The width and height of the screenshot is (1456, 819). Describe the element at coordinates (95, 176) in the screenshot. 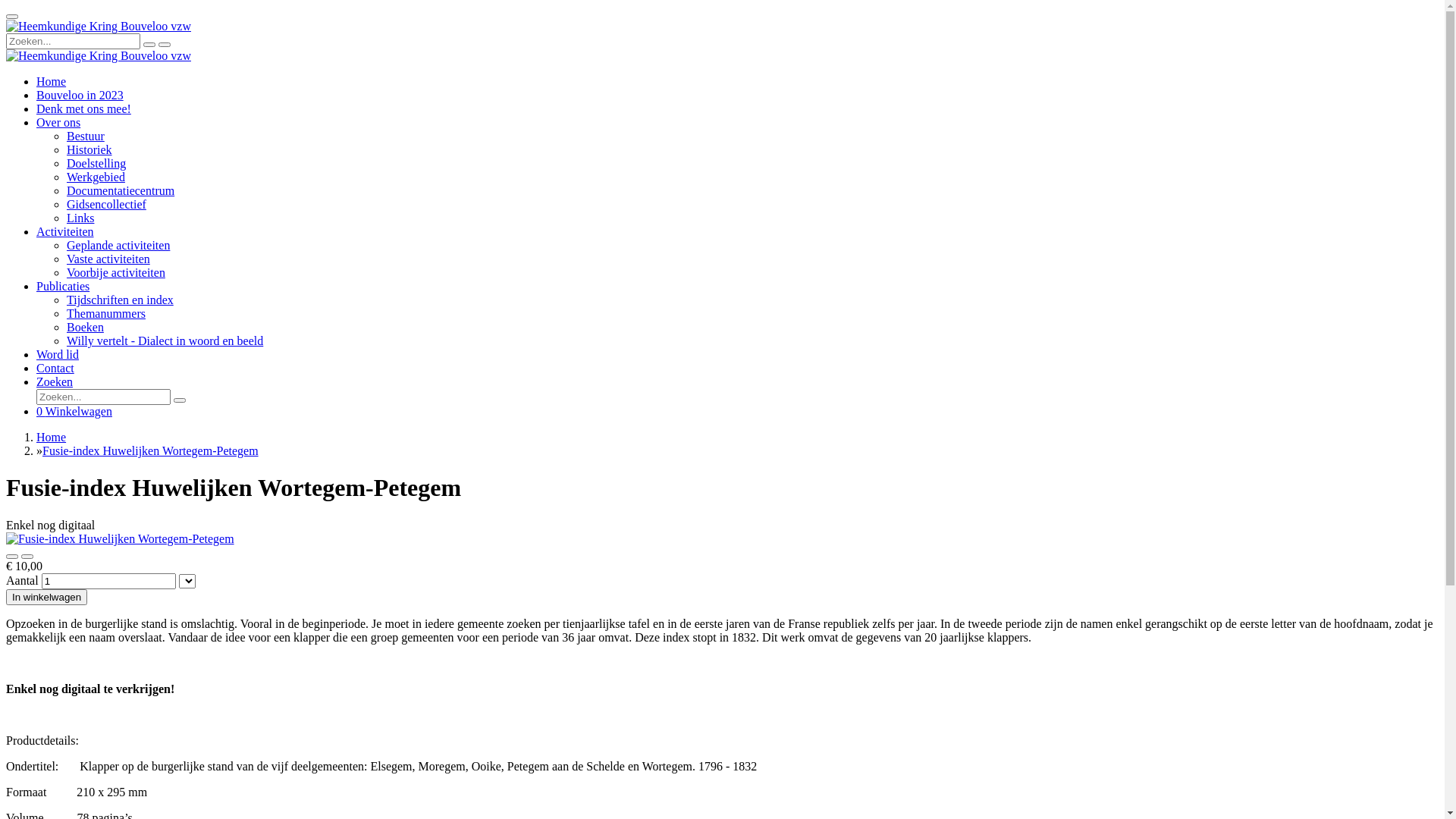

I see `'Werkgebied'` at that location.